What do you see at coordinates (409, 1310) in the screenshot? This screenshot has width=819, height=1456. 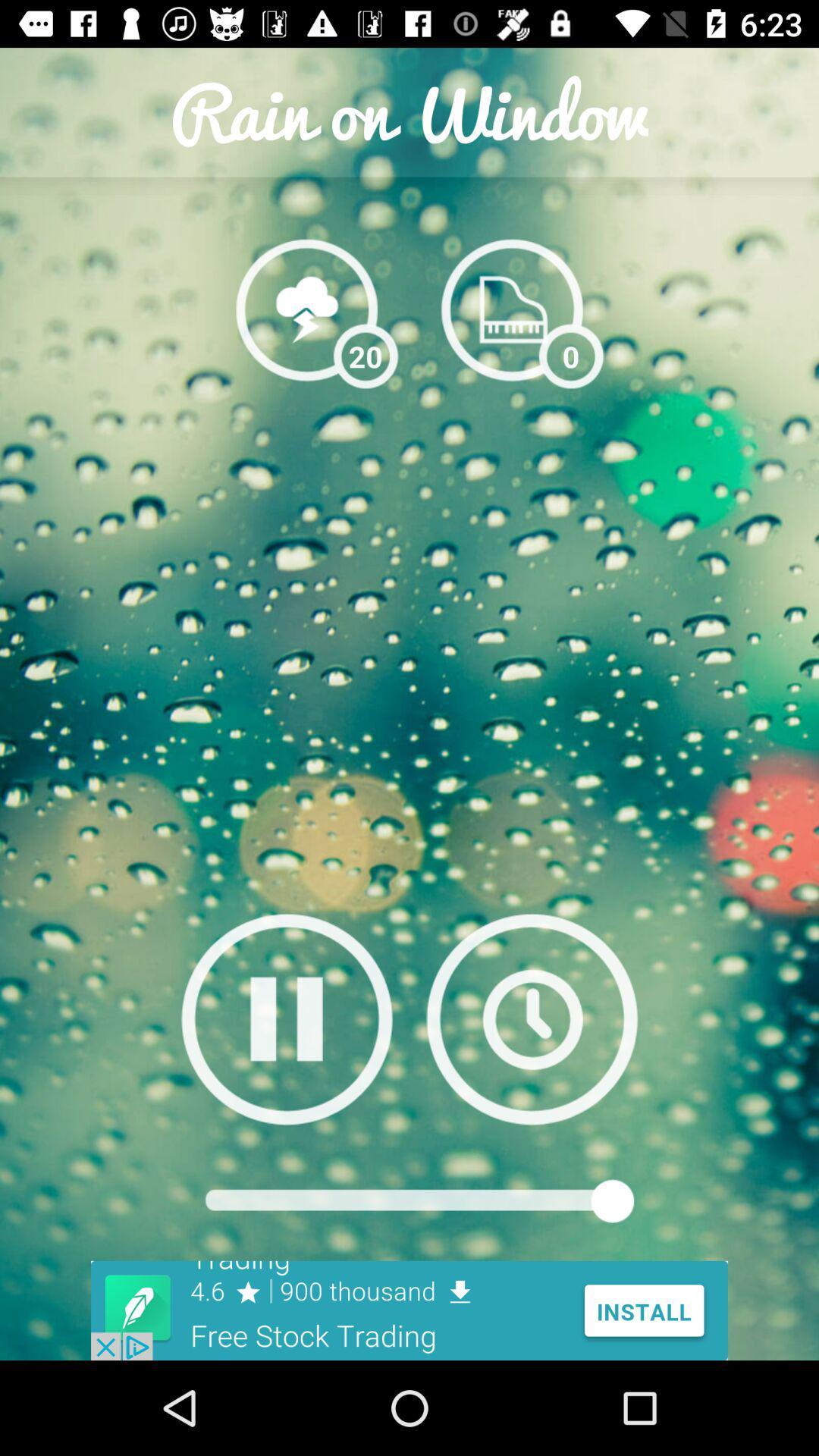 I see `advertisement button for stock trading` at bounding box center [409, 1310].